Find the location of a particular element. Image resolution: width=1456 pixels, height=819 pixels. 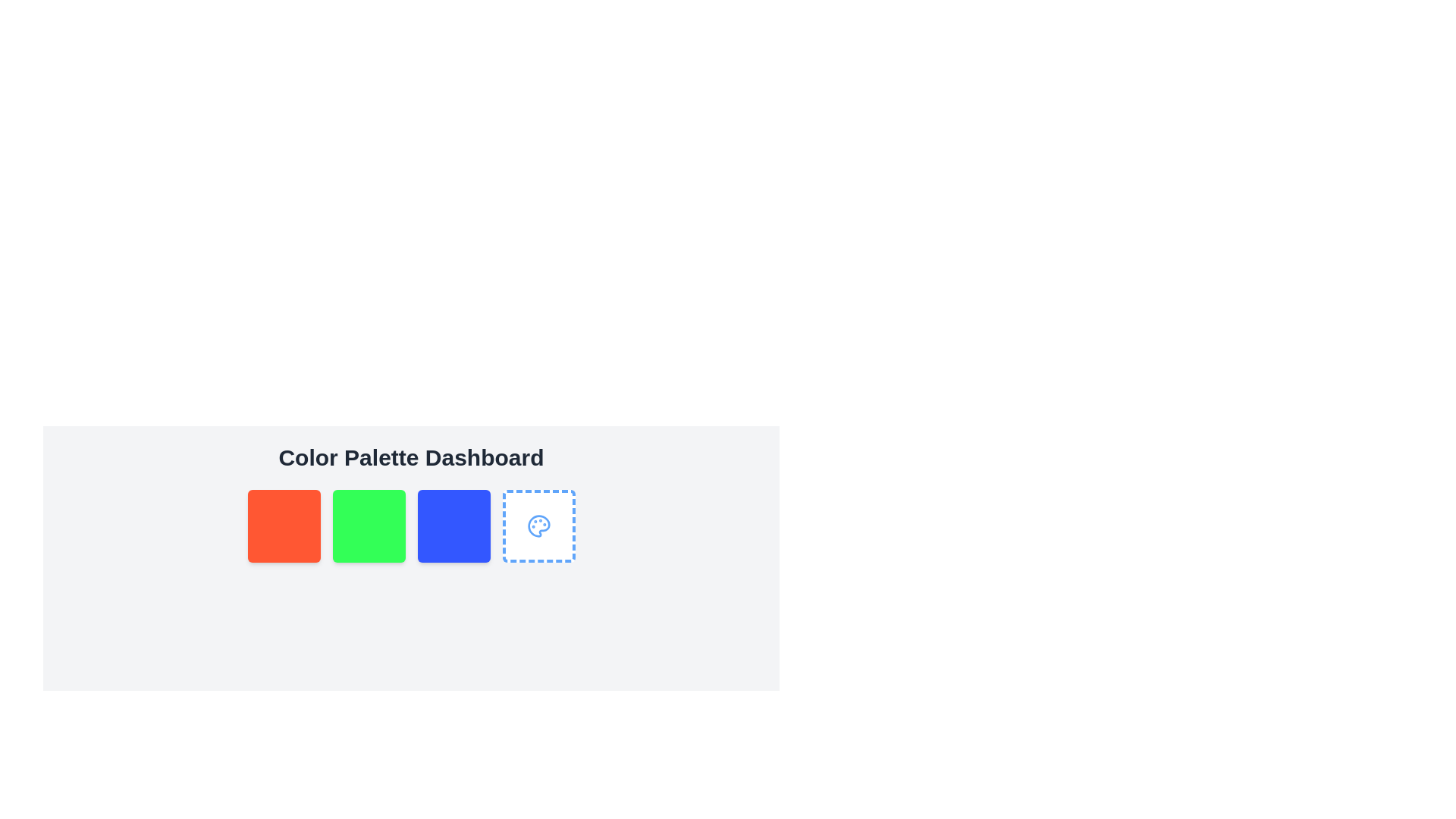

the fourth square block of the Color Palette Dashboard is located at coordinates (538, 526).